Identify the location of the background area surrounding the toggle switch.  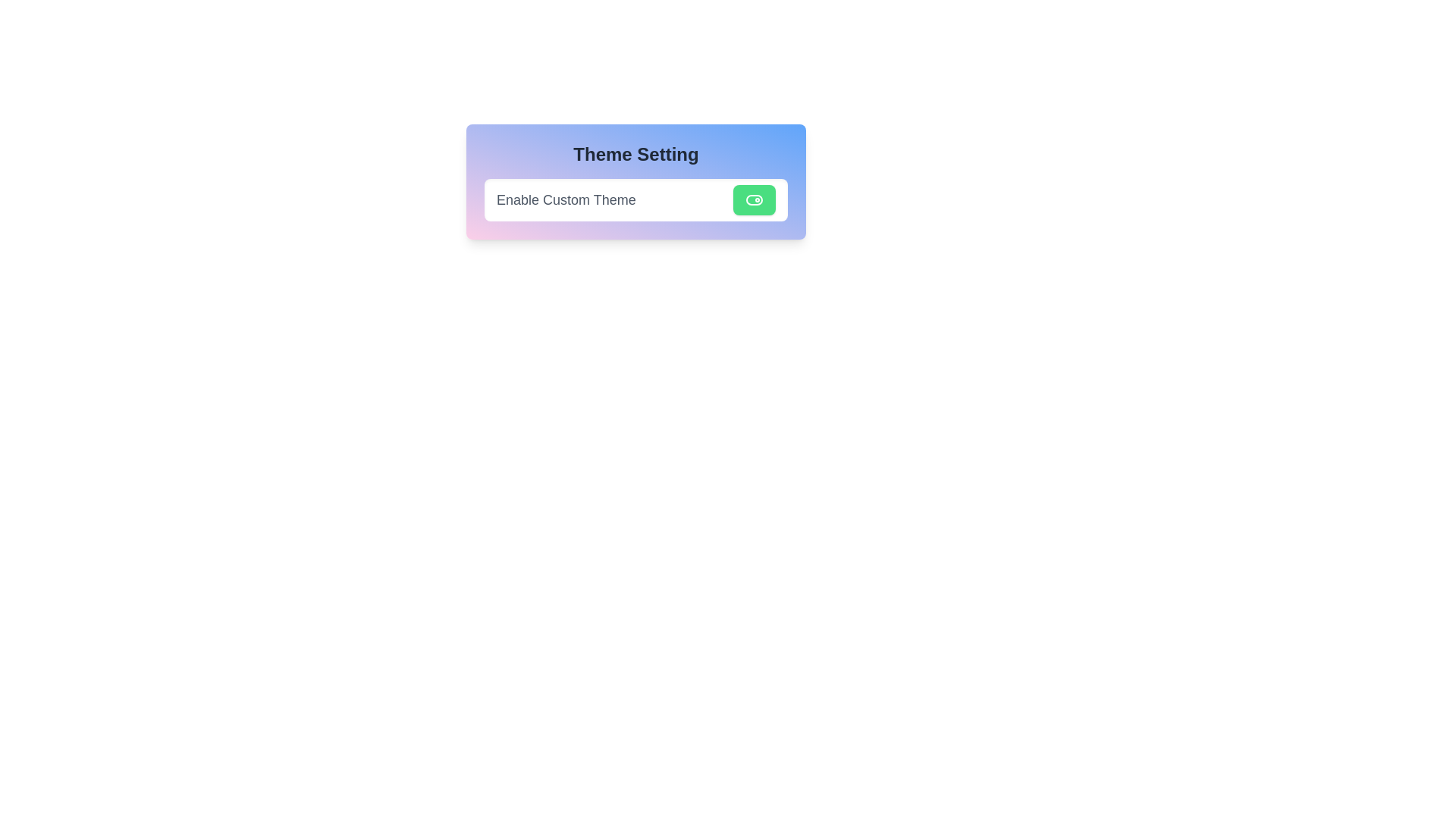
(378, 378).